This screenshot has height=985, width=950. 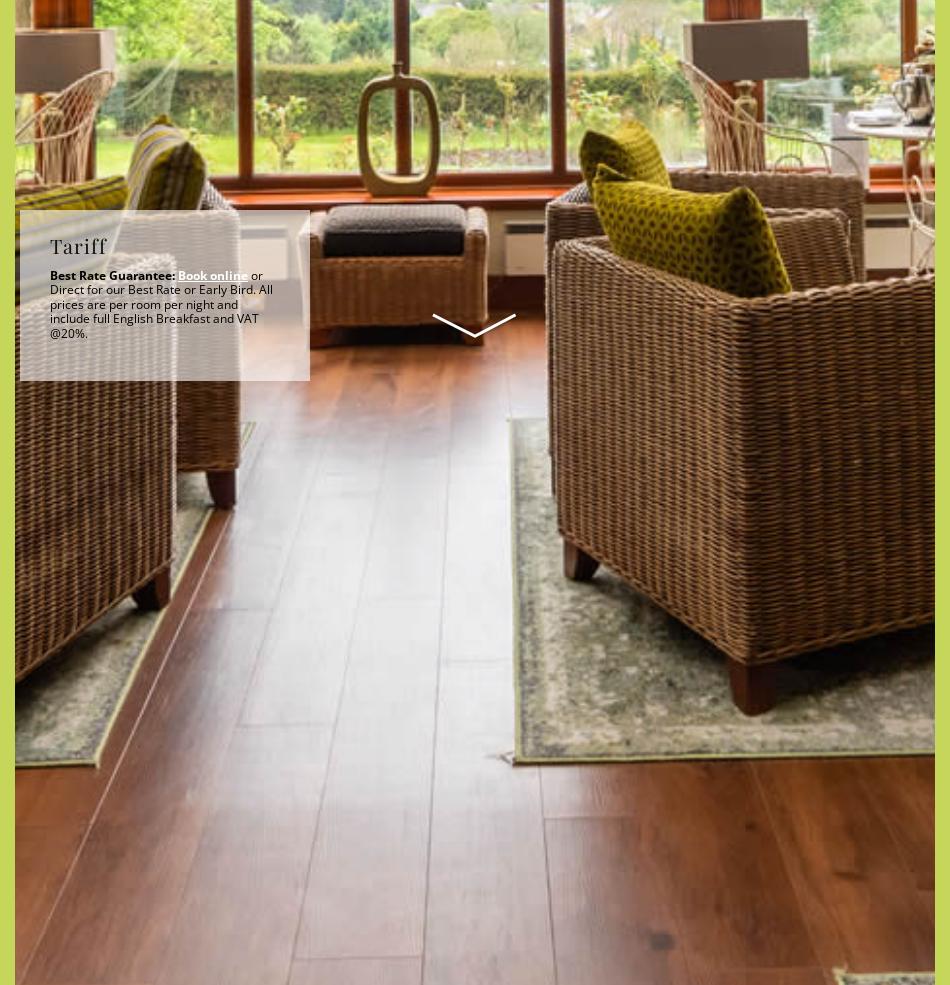 I want to click on 'Departure', so click(x=473, y=122).